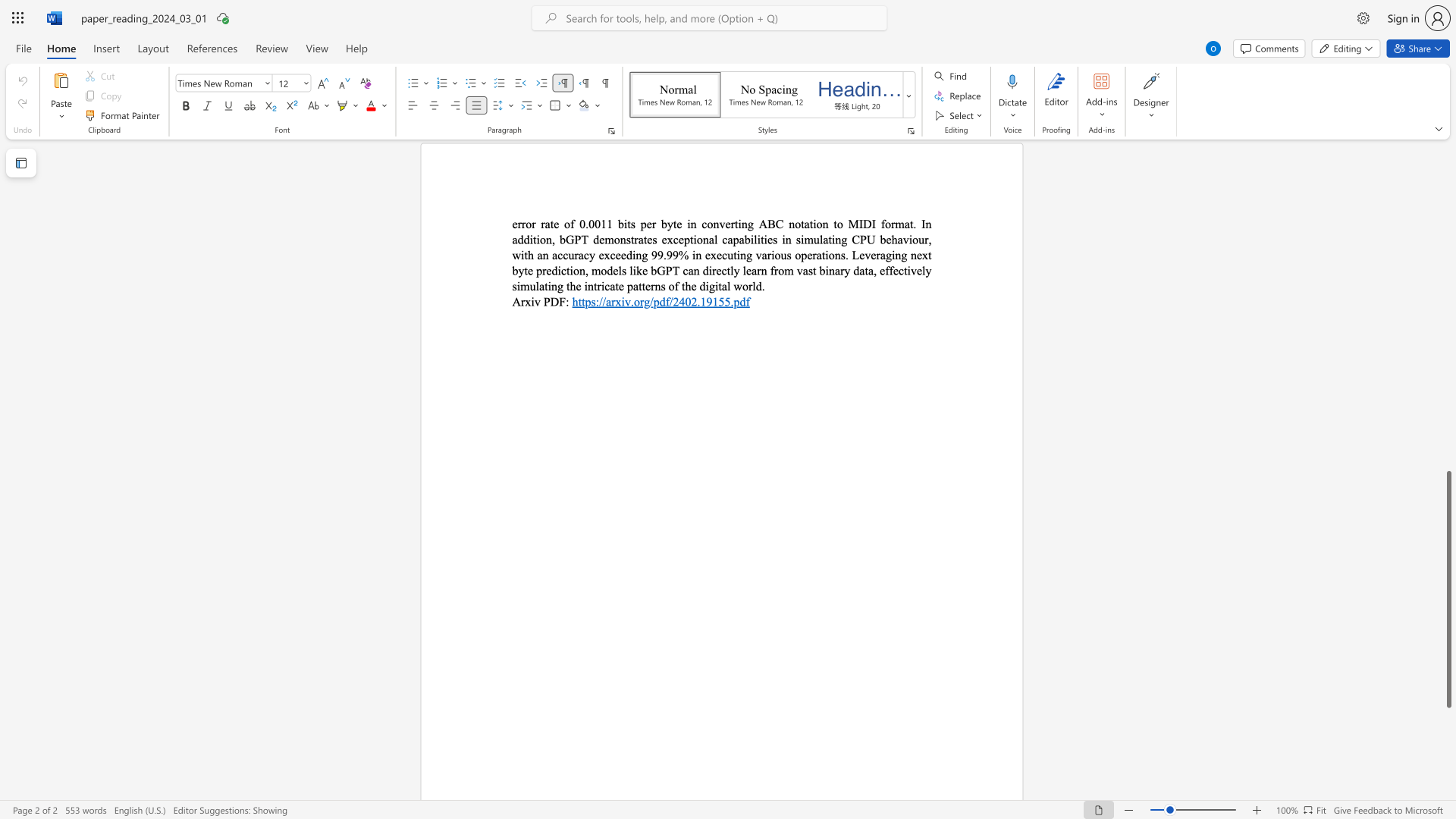  I want to click on the scrollbar to move the content higher, so click(1448, 348).